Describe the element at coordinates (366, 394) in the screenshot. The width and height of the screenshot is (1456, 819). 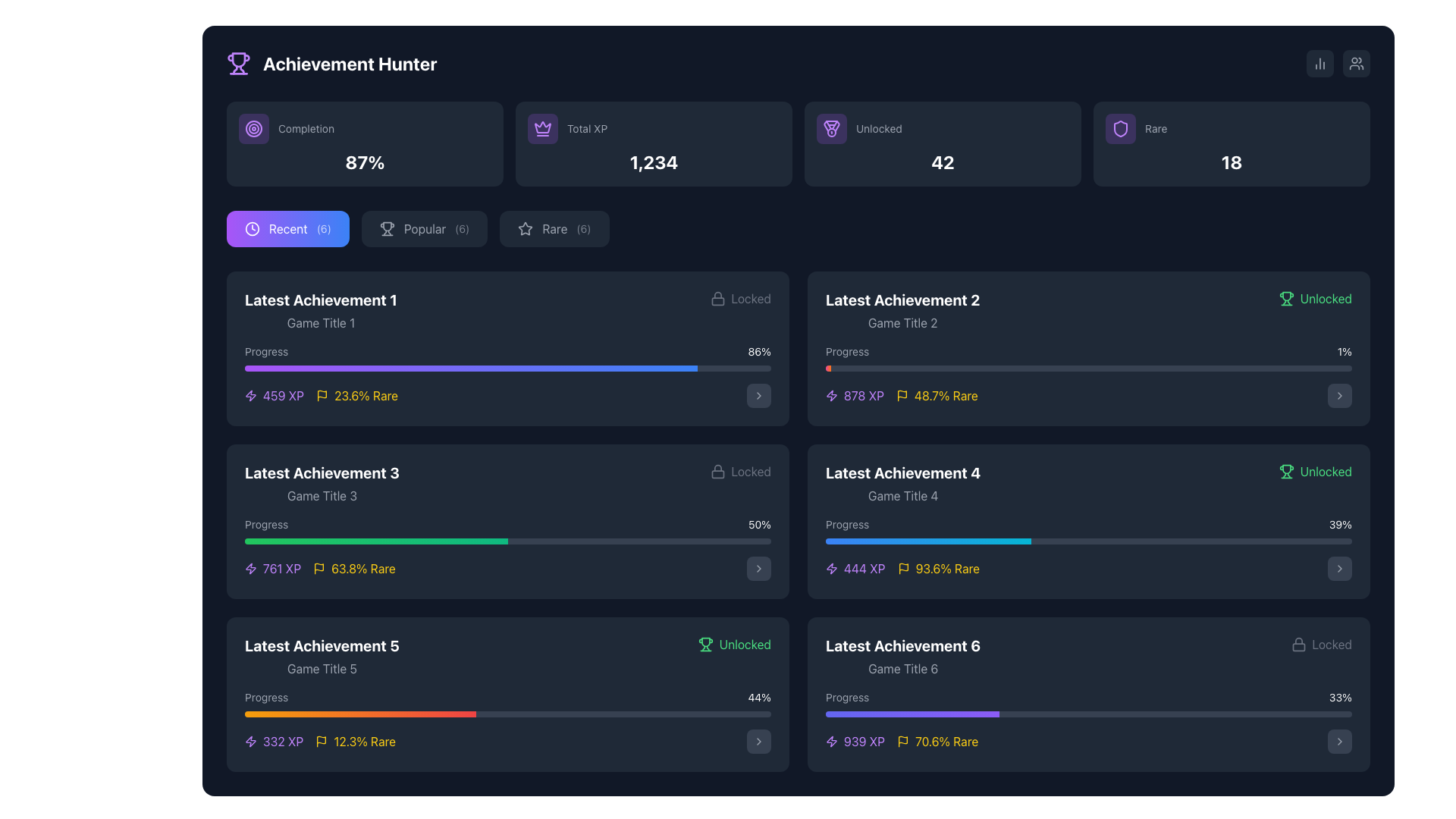
I see `information displayed on the text label showing '23.6% Rare' in yellow font, located within the 'Latest Achievement 1' section under 'Progress'` at that location.